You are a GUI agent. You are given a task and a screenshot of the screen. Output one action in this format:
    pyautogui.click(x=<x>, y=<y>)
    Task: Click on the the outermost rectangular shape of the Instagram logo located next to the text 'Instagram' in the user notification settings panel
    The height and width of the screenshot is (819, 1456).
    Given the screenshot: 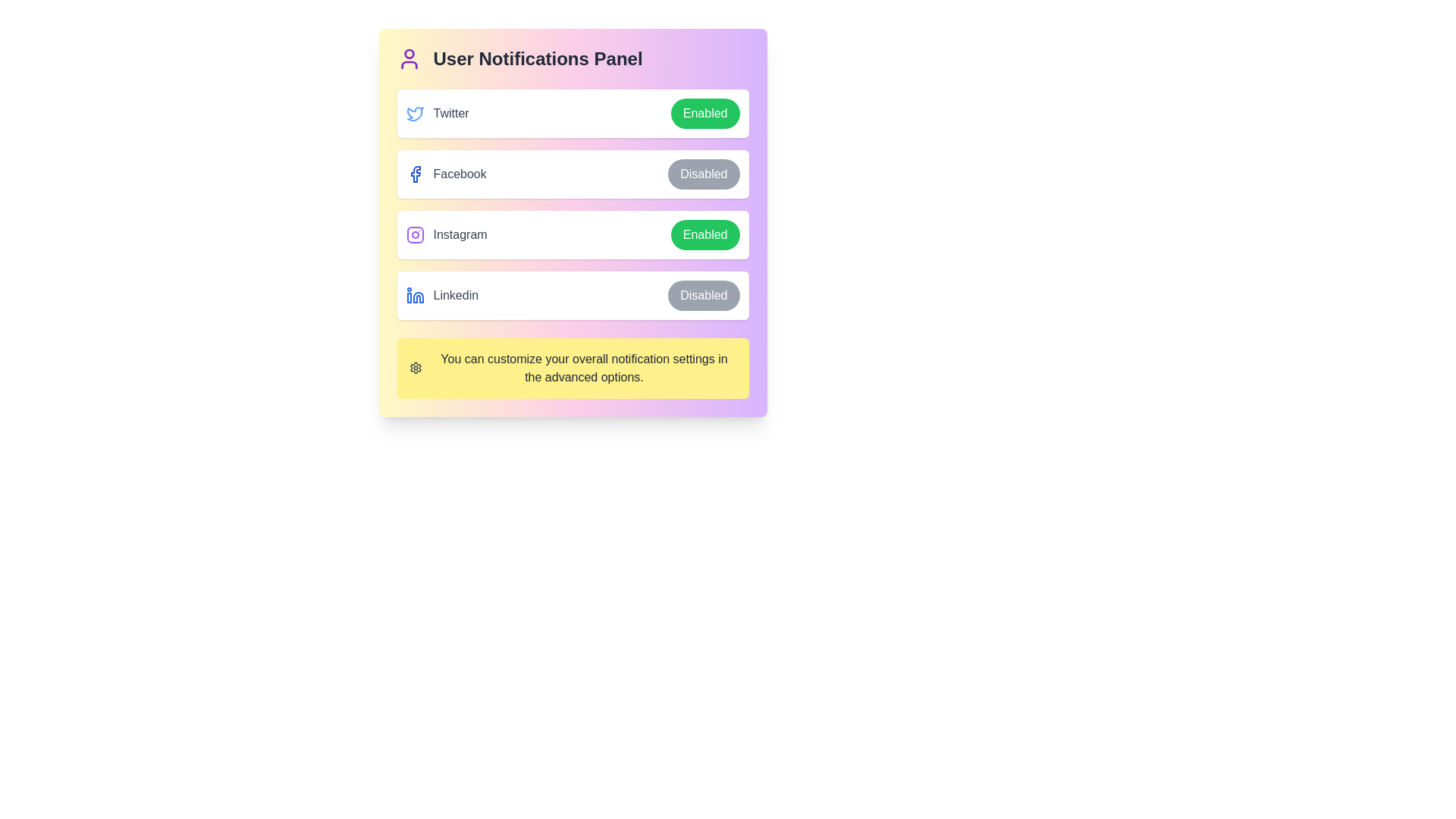 What is the action you would take?
    pyautogui.click(x=415, y=234)
    